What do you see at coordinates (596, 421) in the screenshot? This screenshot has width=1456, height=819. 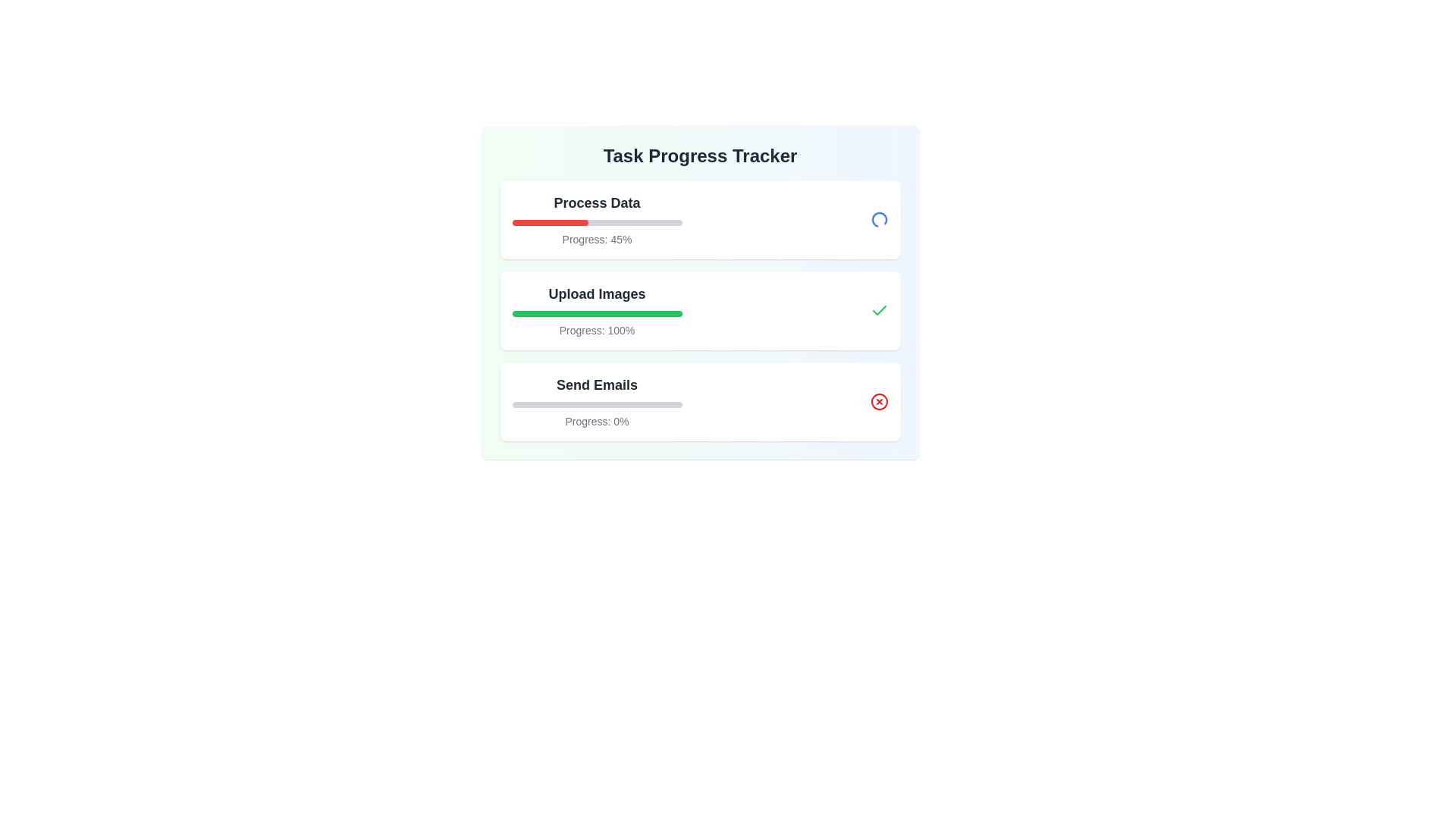 I see `the text block displaying 'Progress: 0%' located below the progress bar in the 'Send Emails' task box for additional details` at bounding box center [596, 421].